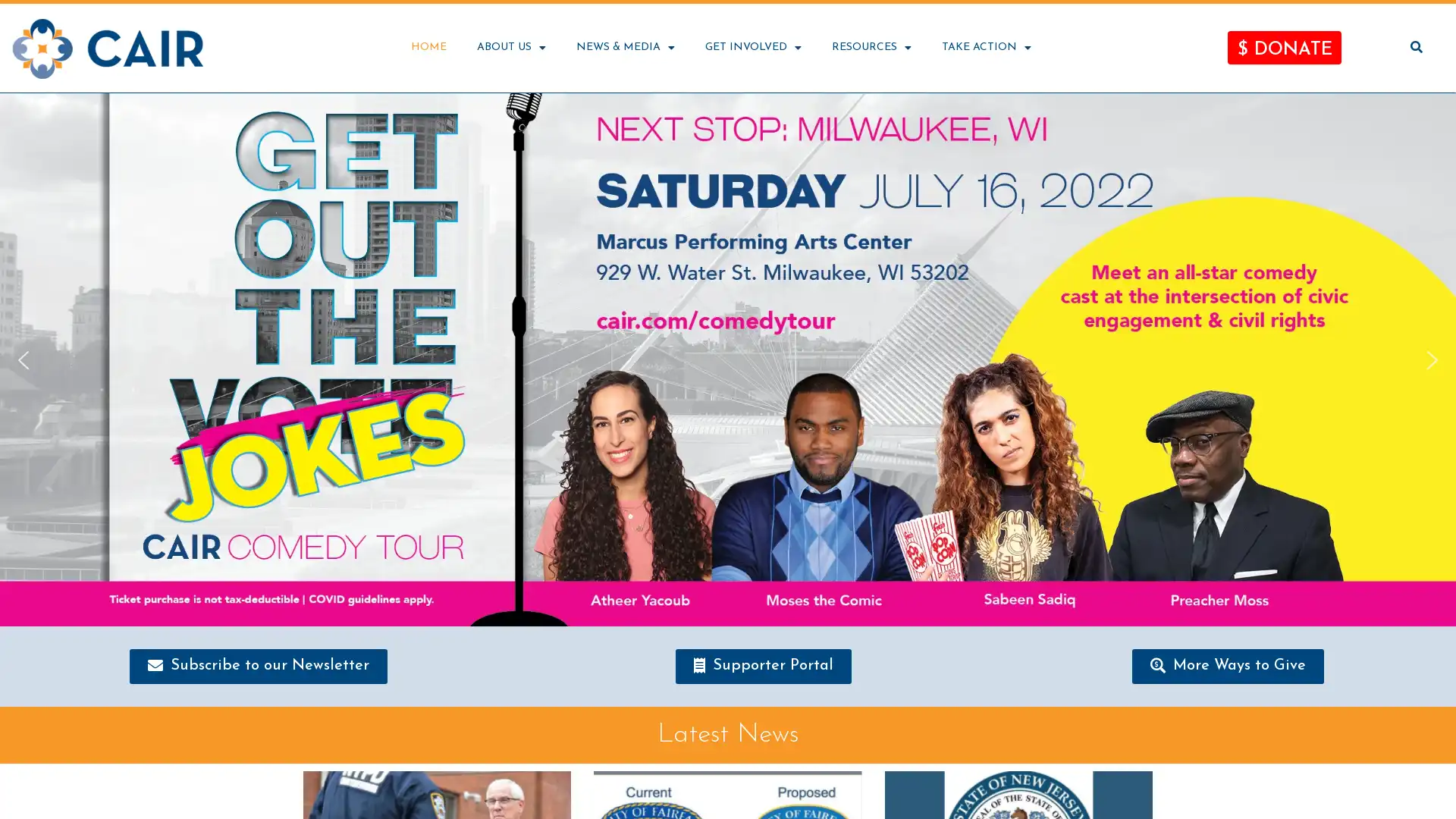 Image resolution: width=1456 pixels, height=819 pixels. What do you see at coordinates (1283, 46) in the screenshot?
I see `$ DONATE` at bounding box center [1283, 46].